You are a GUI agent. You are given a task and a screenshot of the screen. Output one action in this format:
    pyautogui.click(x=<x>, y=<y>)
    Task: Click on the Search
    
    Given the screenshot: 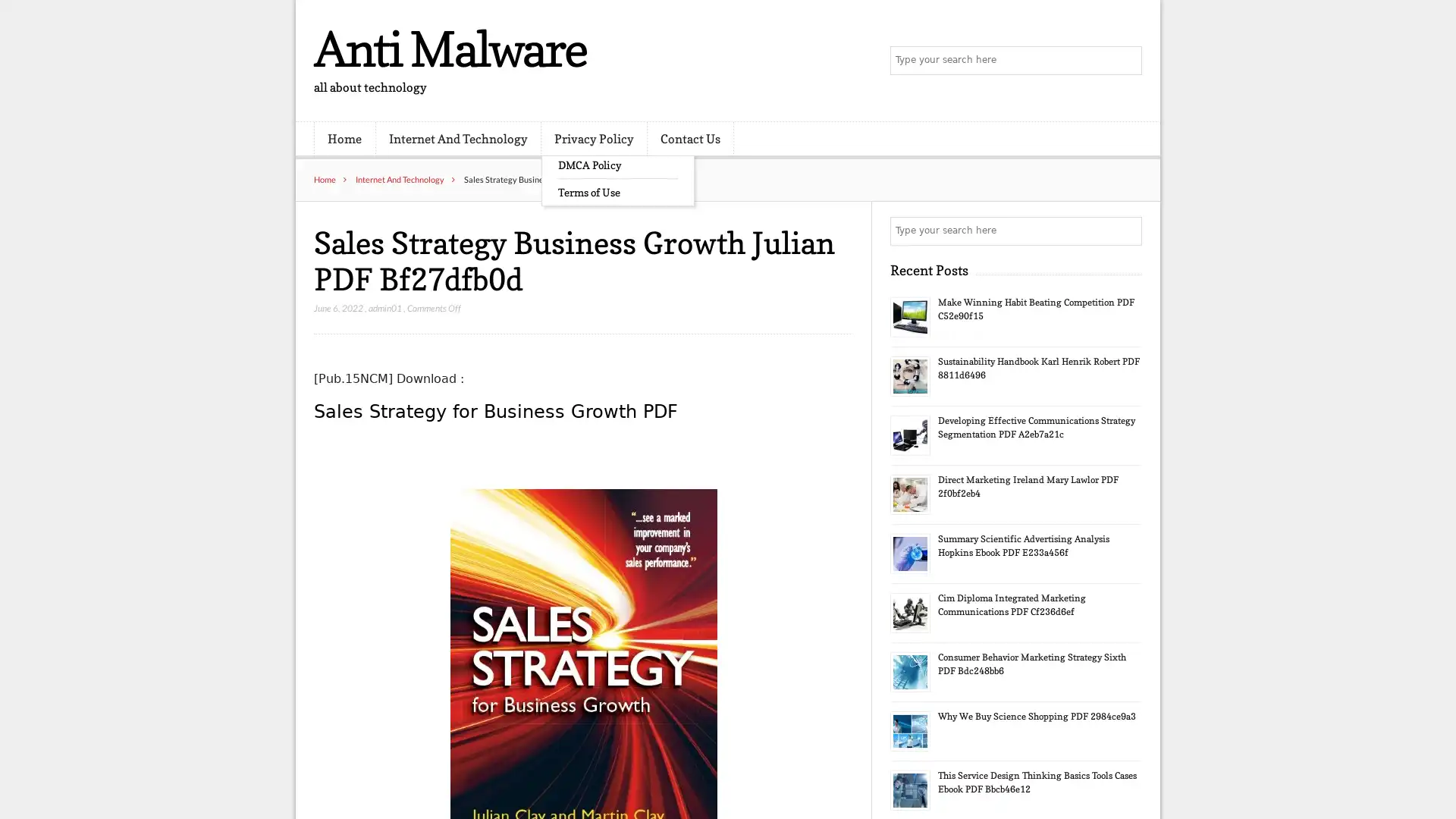 What is the action you would take?
    pyautogui.click(x=1126, y=61)
    